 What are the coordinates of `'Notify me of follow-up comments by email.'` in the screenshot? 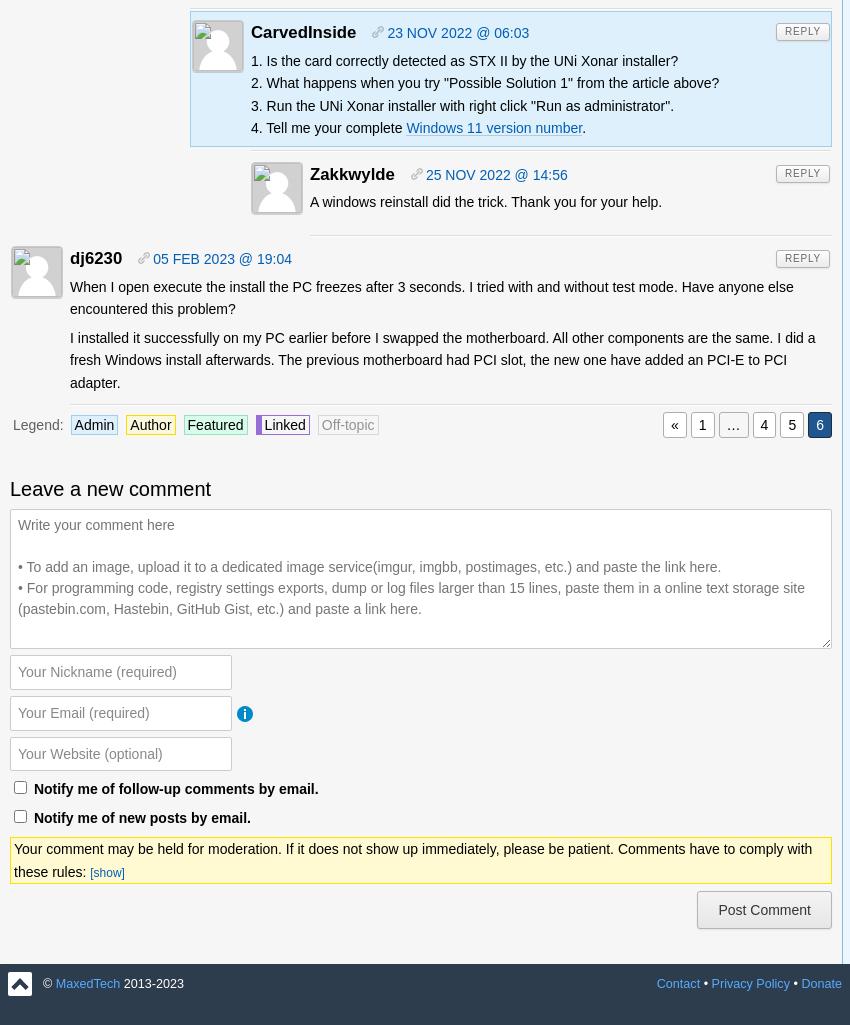 It's located at (174, 788).